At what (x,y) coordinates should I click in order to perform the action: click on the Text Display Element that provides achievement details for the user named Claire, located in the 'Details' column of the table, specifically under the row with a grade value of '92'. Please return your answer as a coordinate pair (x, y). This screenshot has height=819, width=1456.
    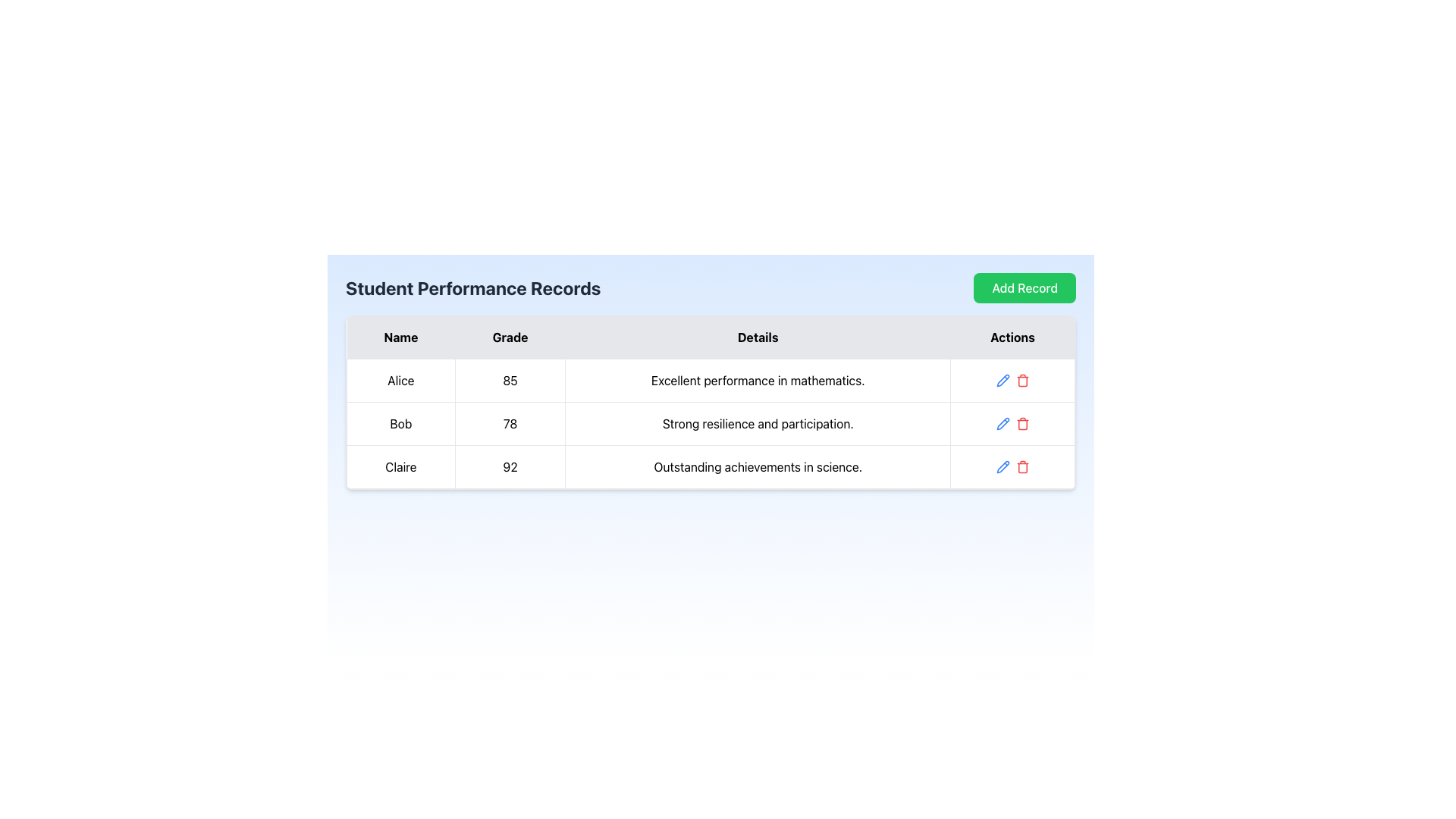
    Looking at the image, I should click on (758, 466).